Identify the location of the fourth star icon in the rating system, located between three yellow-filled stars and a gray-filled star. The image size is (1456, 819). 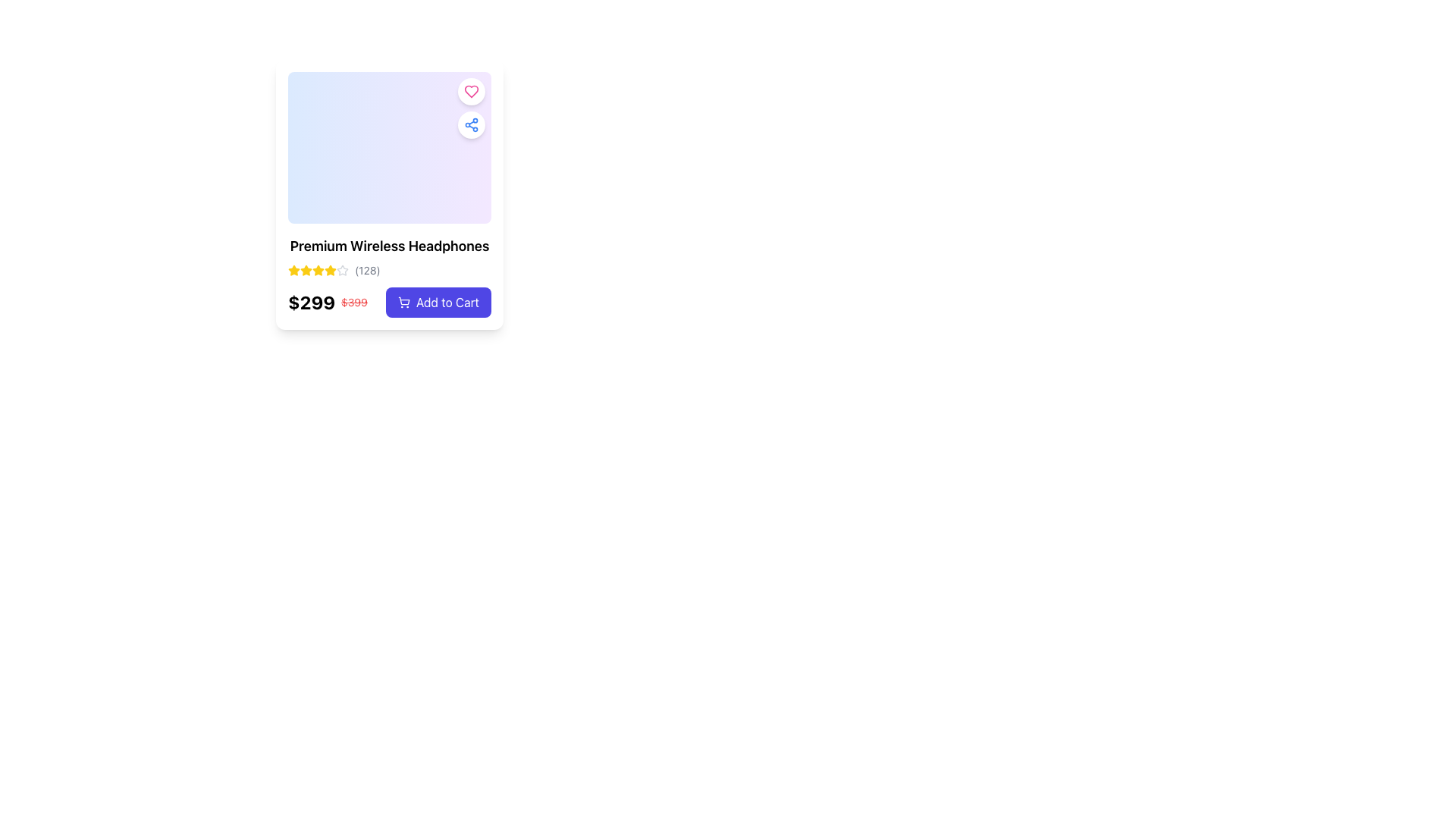
(318, 270).